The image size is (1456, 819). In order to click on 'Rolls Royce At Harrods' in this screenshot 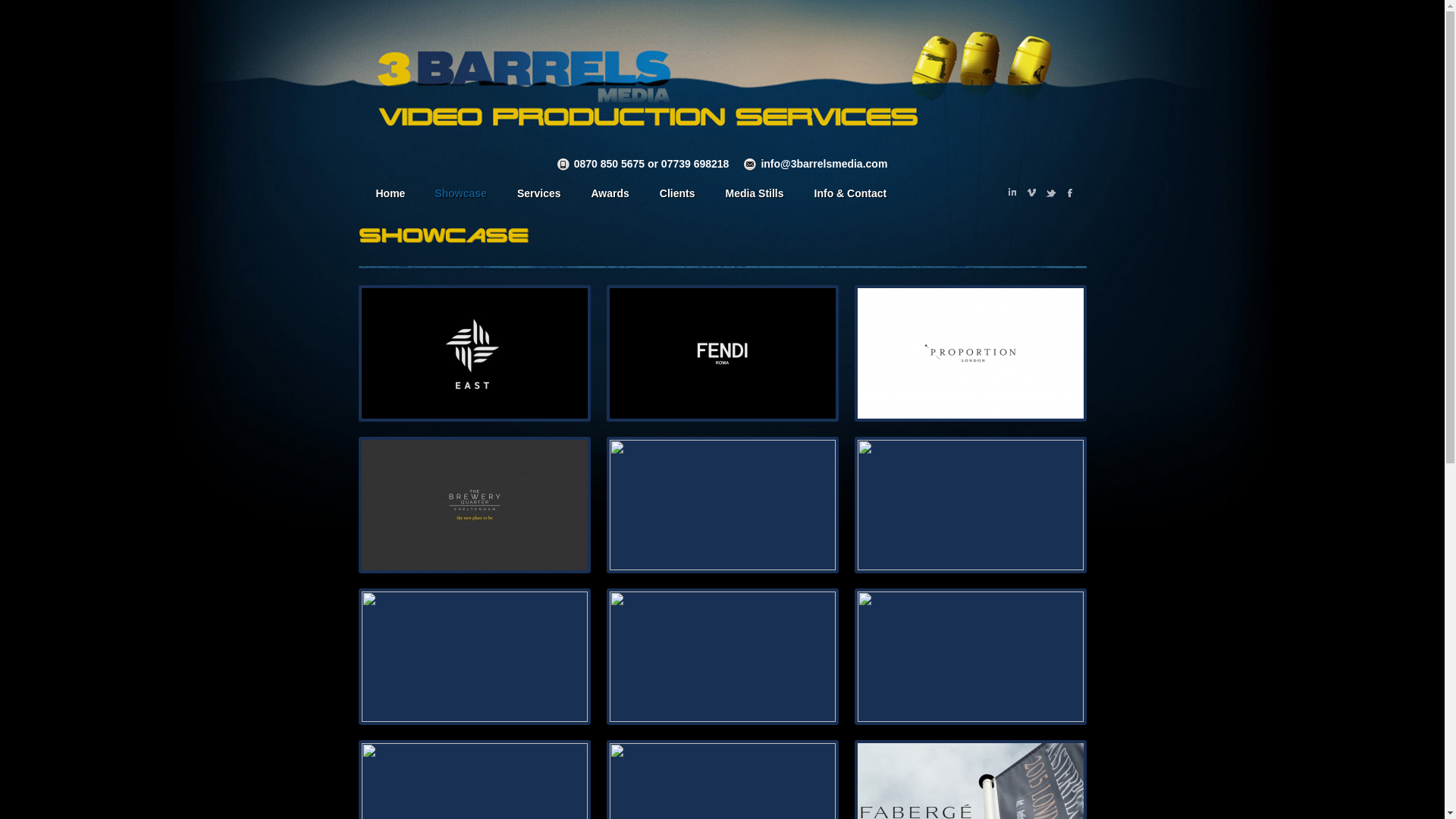, I will do `click(610, 505)`.